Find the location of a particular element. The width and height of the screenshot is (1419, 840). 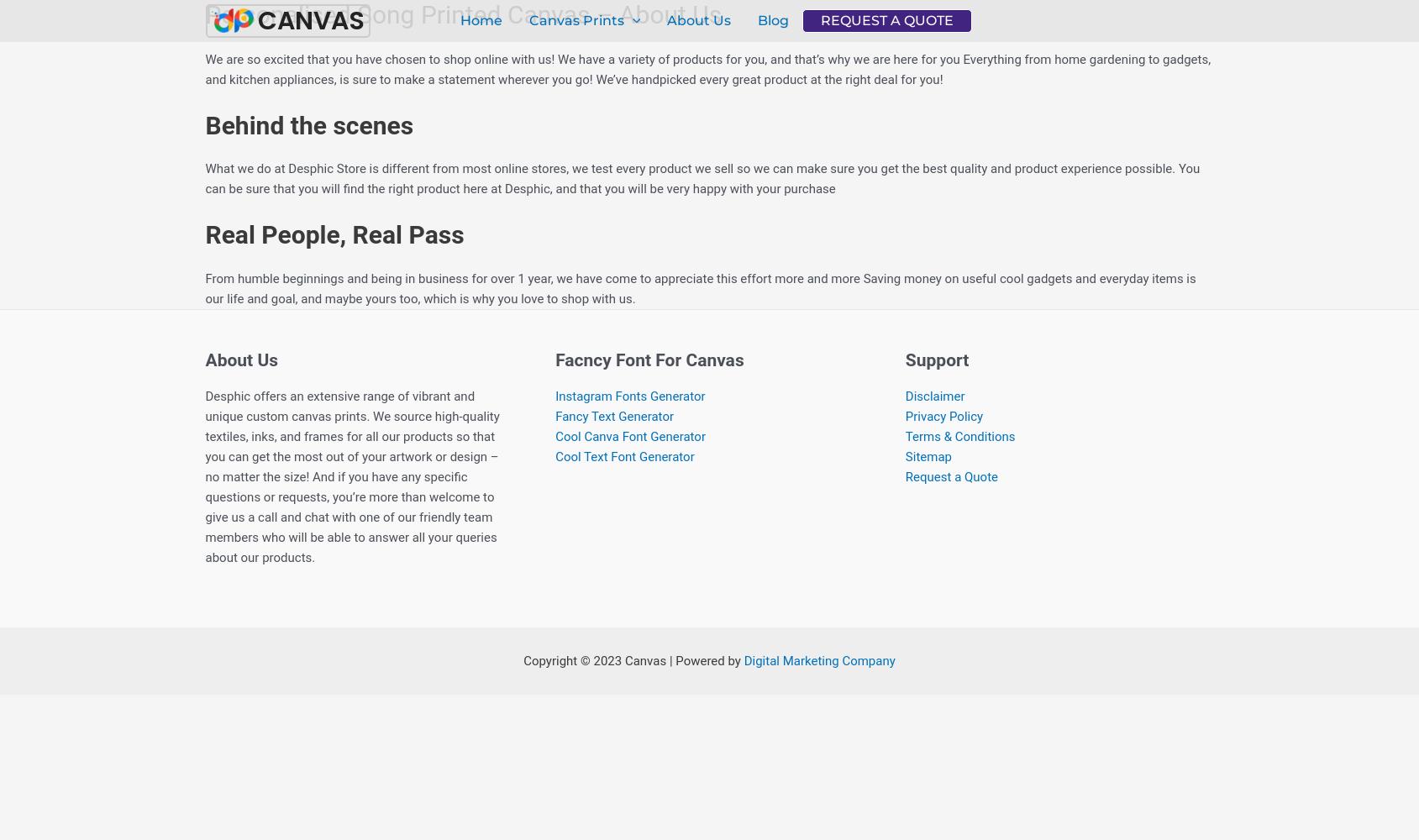

'Personalised Song Printed Canvas – About Us' is located at coordinates (463, 14).